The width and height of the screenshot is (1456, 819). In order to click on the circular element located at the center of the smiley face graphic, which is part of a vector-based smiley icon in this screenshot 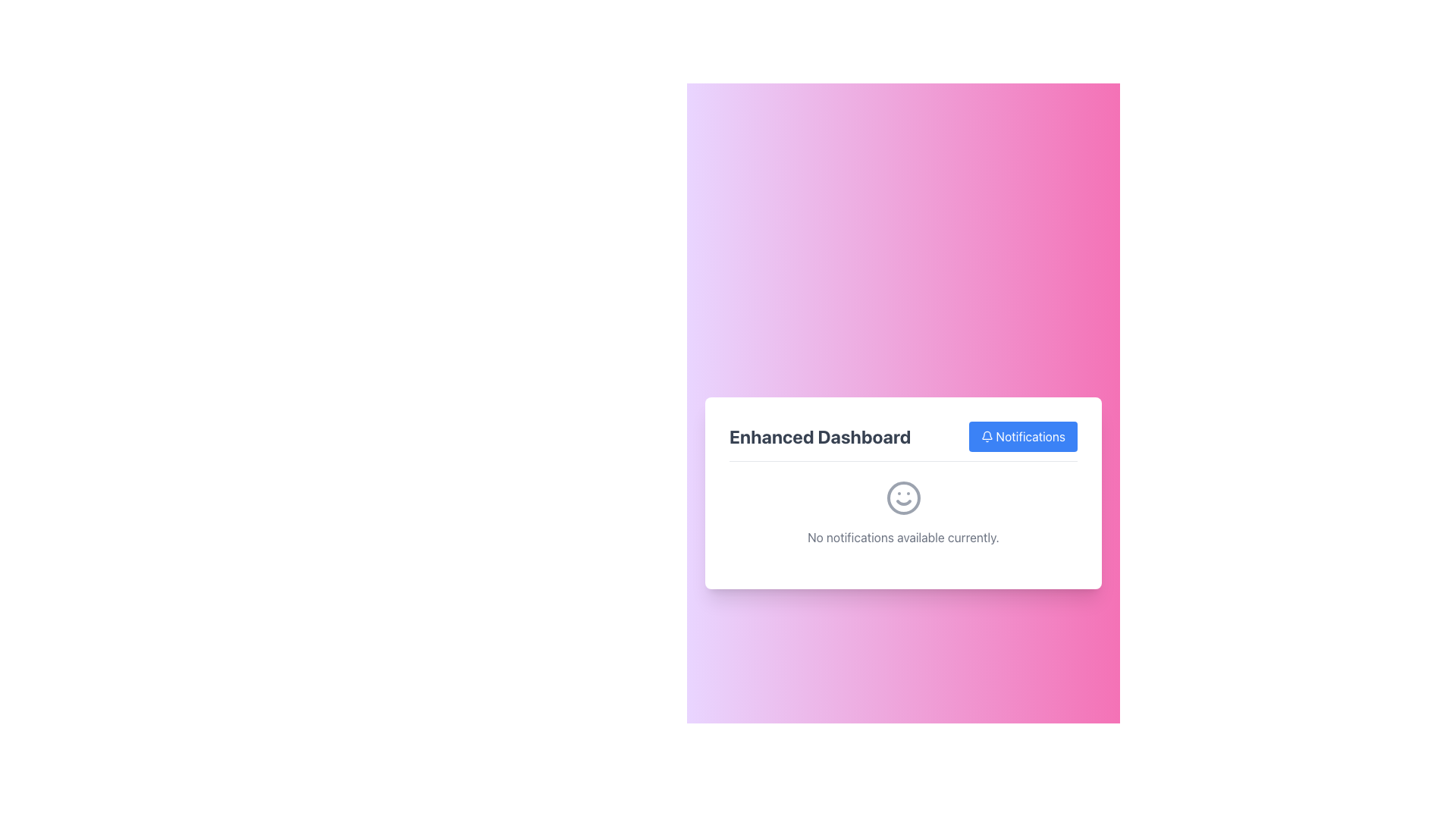, I will do `click(903, 497)`.